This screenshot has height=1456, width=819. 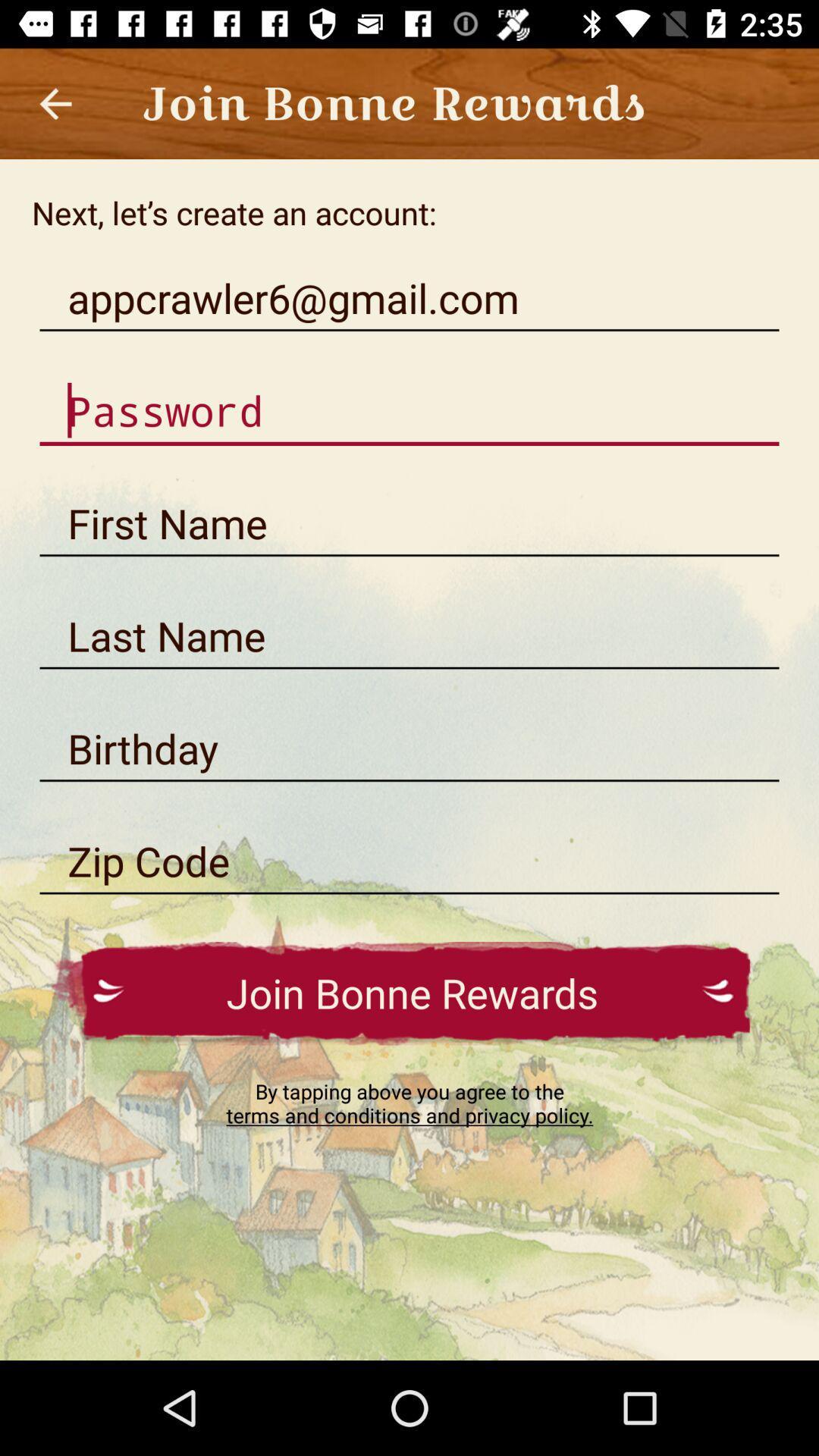 What do you see at coordinates (409, 636) in the screenshot?
I see `write last name` at bounding box center [409, 636].